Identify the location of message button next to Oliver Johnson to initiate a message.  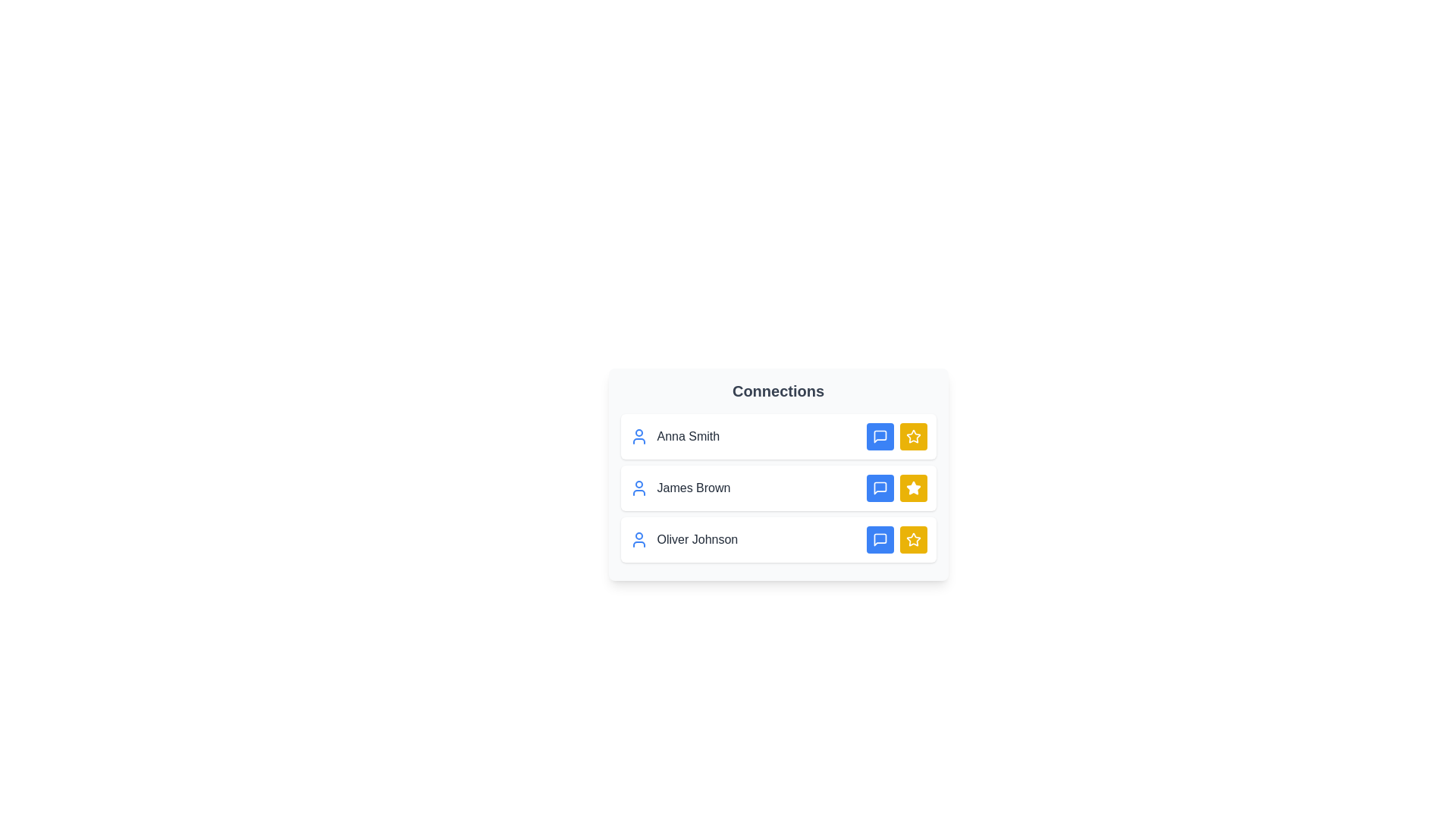
(880, 539).